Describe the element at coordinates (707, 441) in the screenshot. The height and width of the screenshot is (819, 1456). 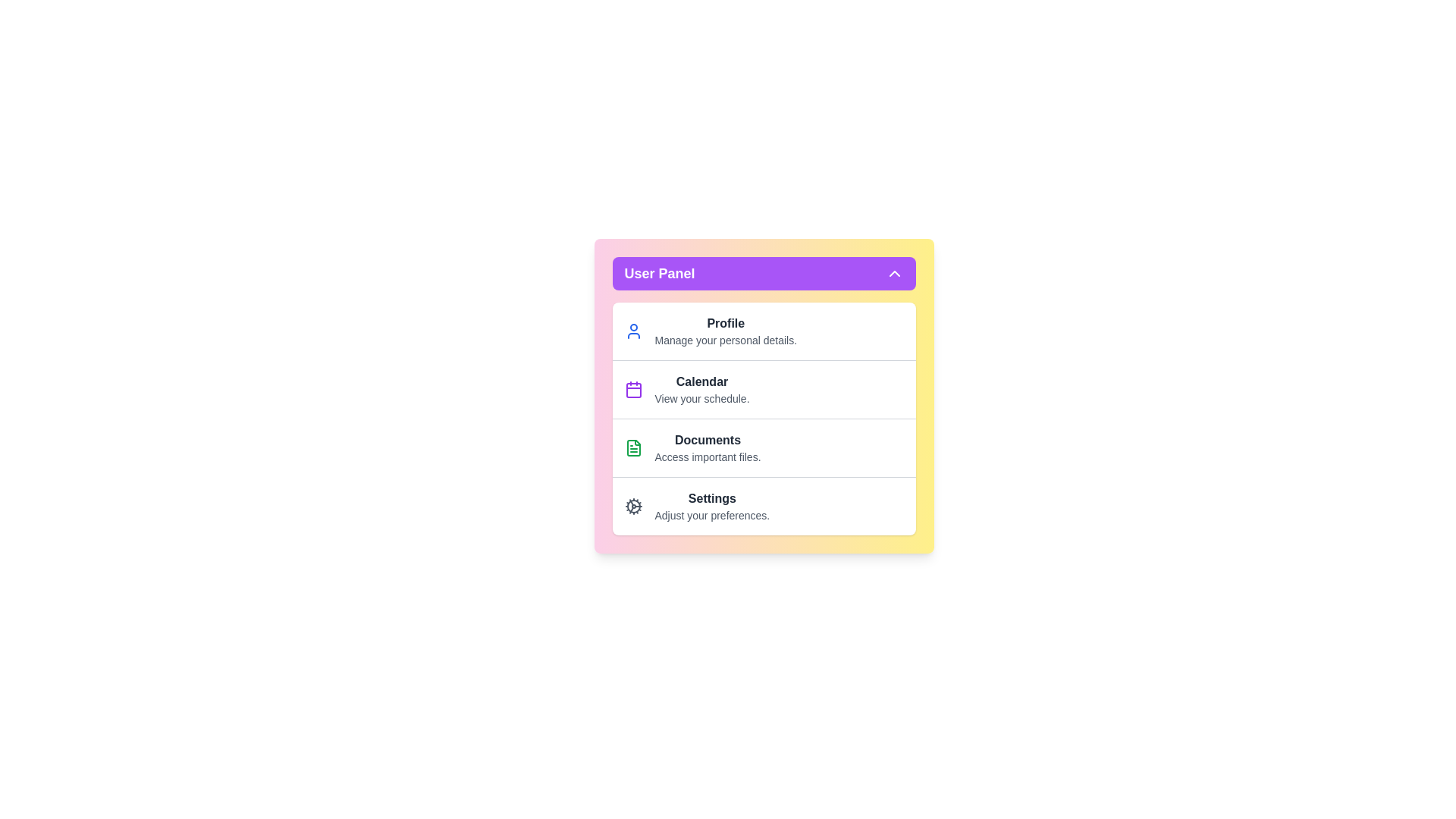
I see `the bold text element labeled 'Documents' in the User Panel, which is styled in dark gray and positioned above the description 'Access important files.'` at that location.